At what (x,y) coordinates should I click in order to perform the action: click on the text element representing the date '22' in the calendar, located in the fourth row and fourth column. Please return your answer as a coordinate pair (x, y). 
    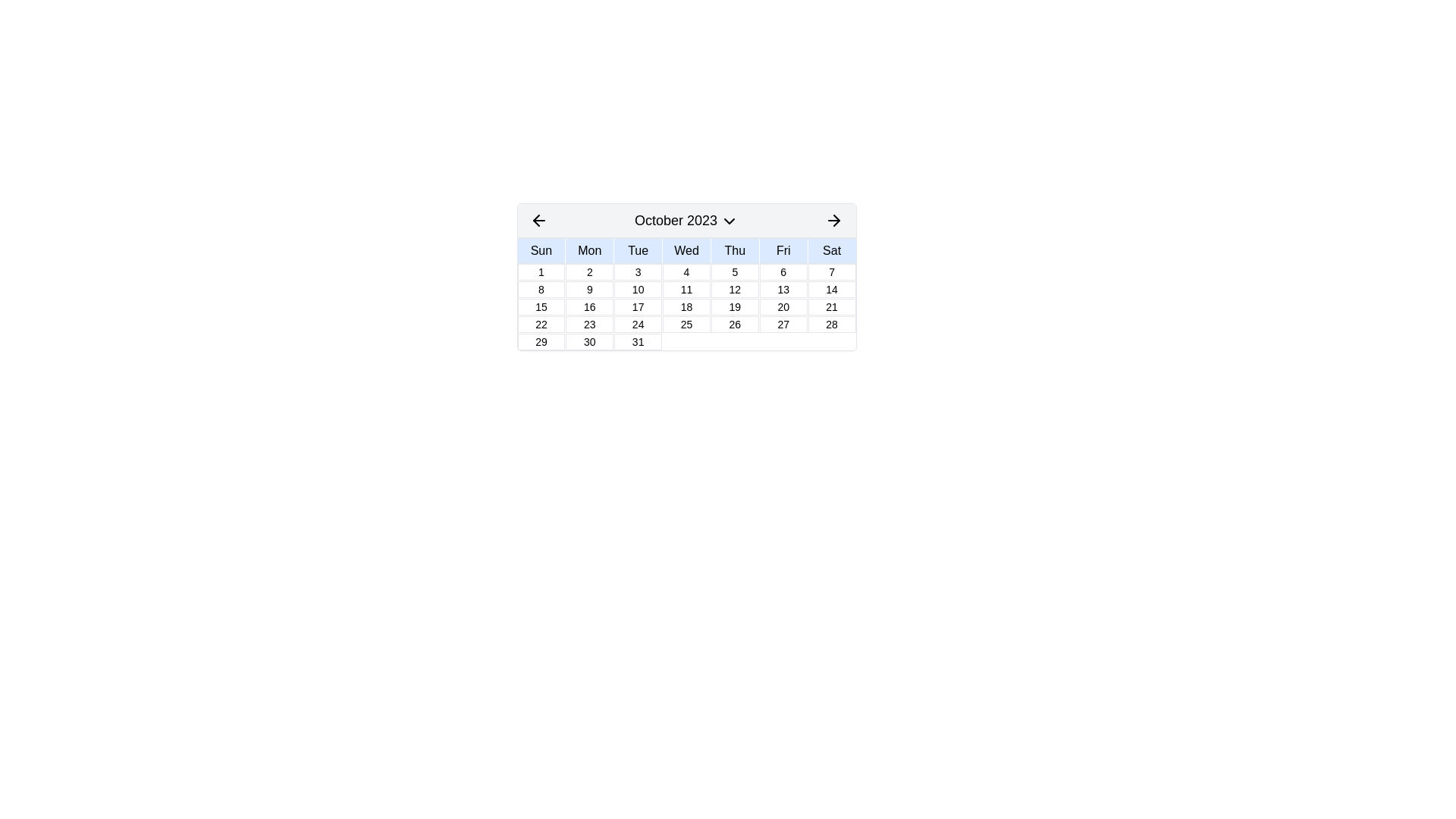
    Looking at the image, I should click on (541, 324).